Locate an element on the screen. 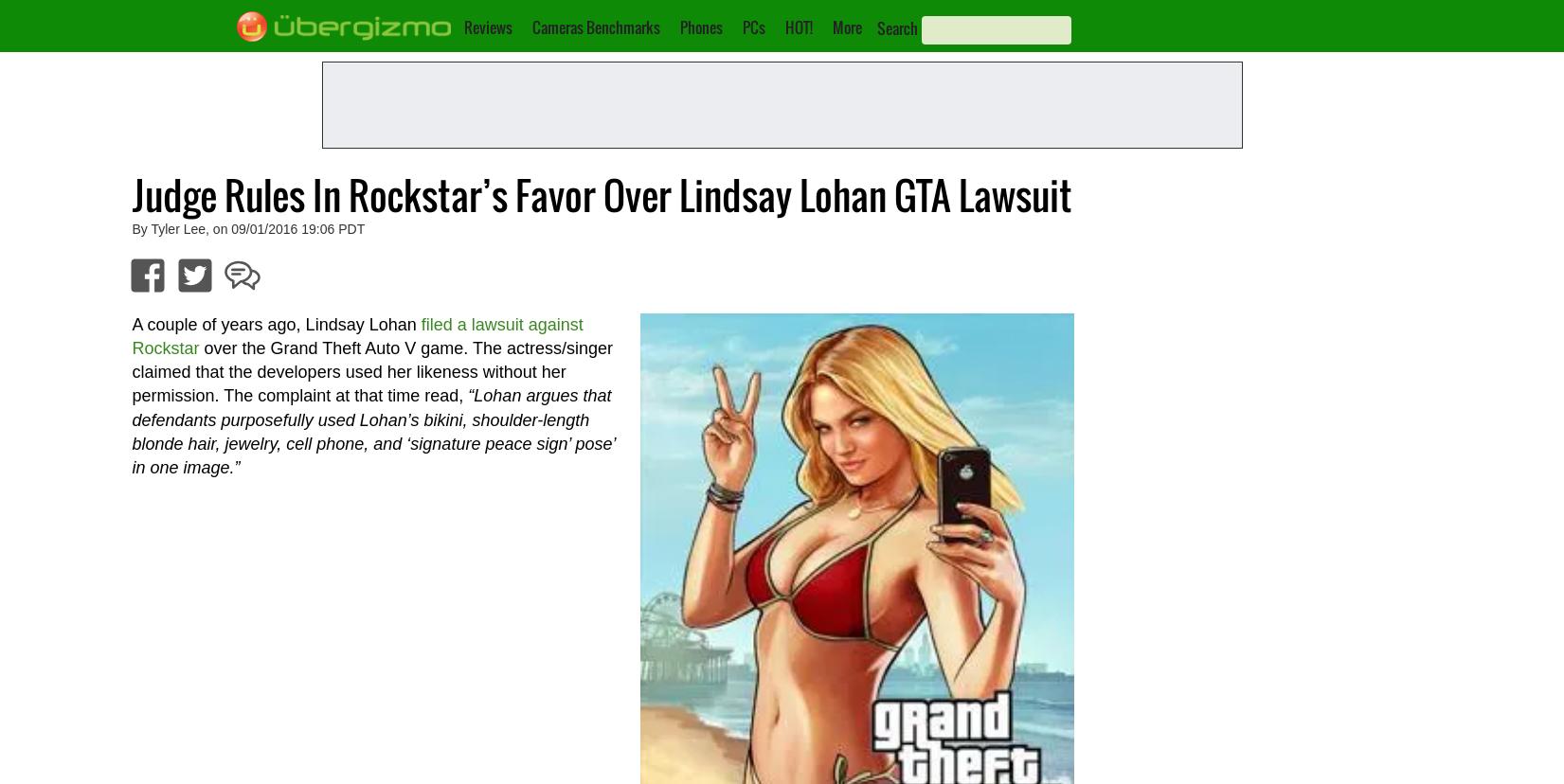  'Cameras Benchmarks' is located at coordinates (595, 27).